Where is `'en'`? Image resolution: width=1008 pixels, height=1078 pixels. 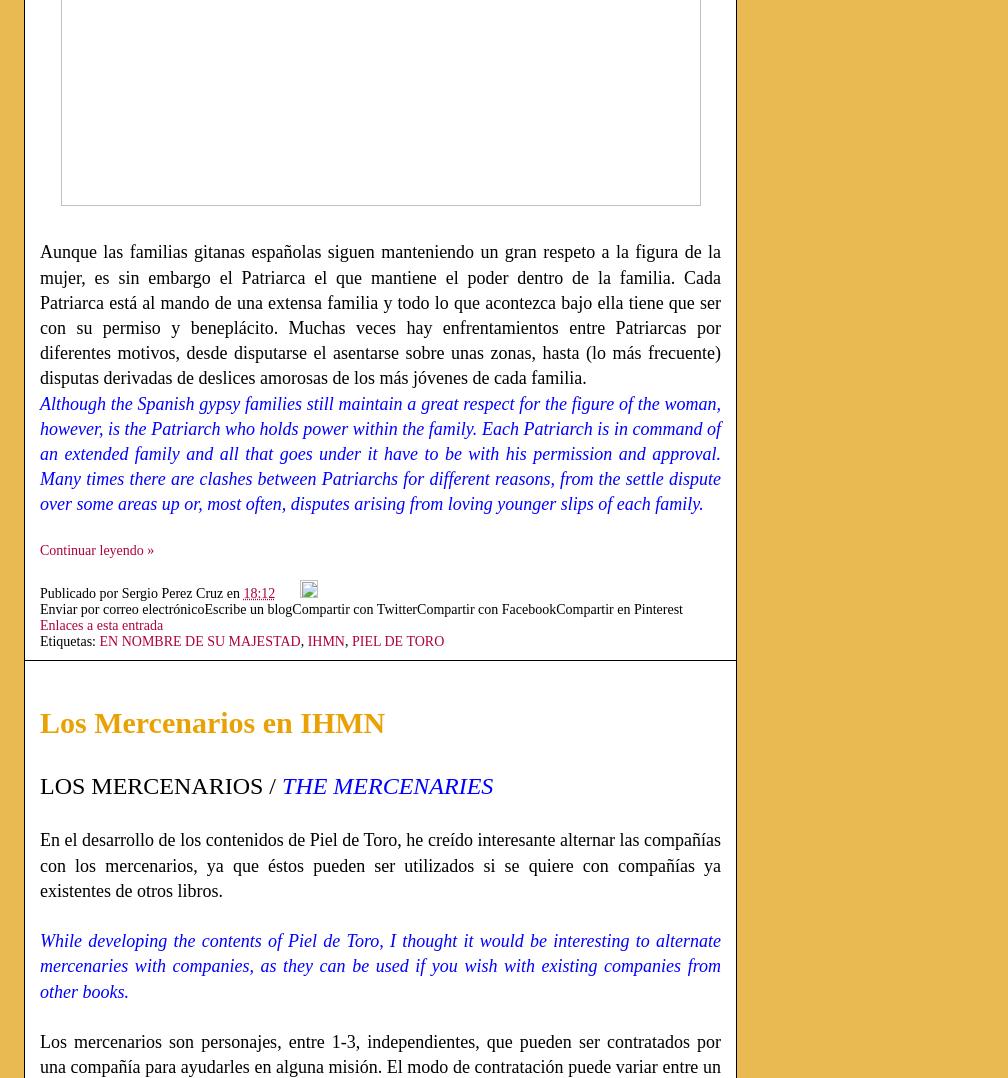
'en' is located at coordinates (225, 592).